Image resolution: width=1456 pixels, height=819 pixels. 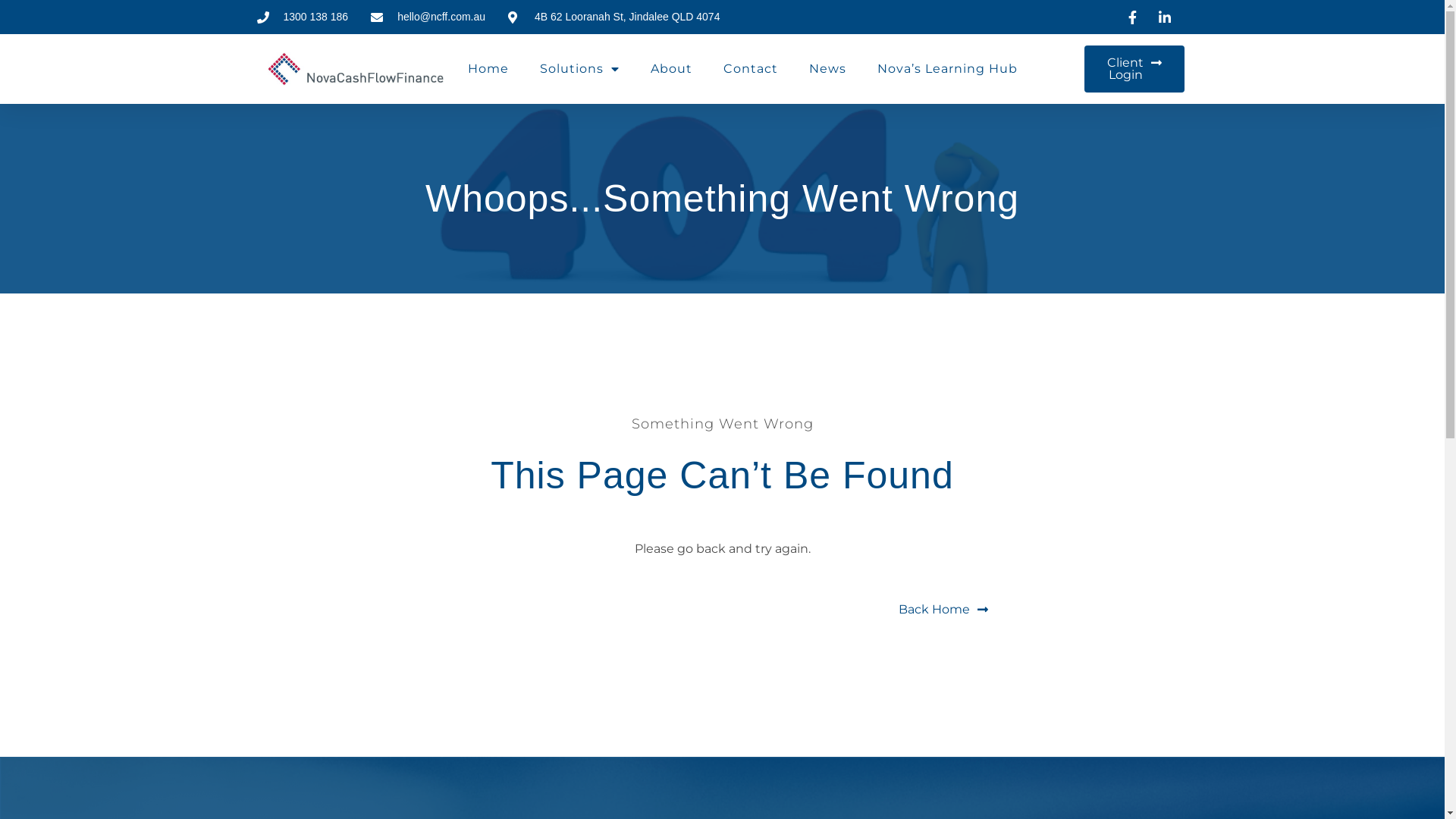 I want to click on 'About', so click(x=670, y=69).